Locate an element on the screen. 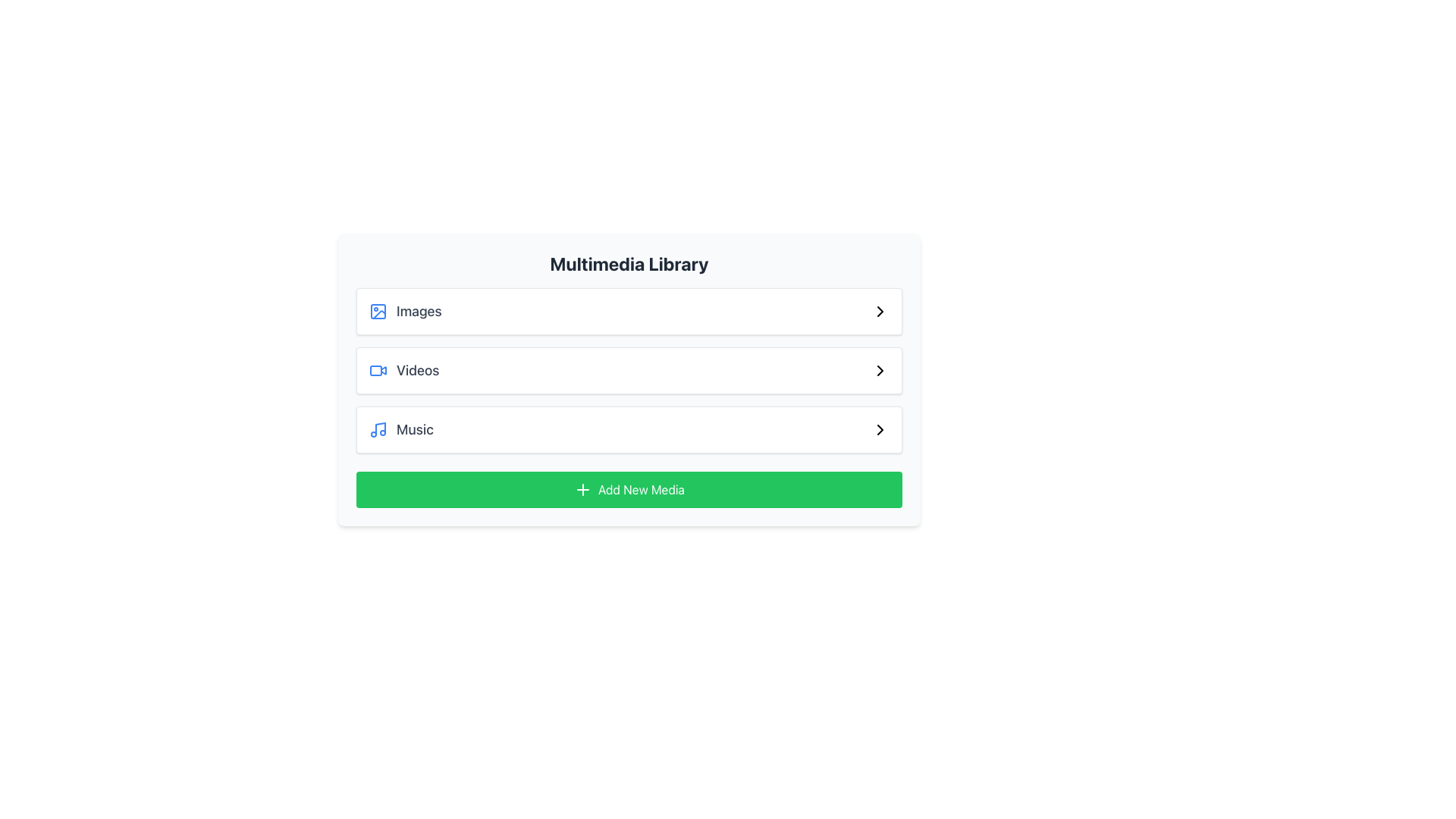 Image resolution: width=1456 pixels, height=819 pixels. the 'Music' category option in the vertically stacked list of media category options, which is located below the 'Videos' row and above the 'Add New Media' button is located at coordinates (629, 430).